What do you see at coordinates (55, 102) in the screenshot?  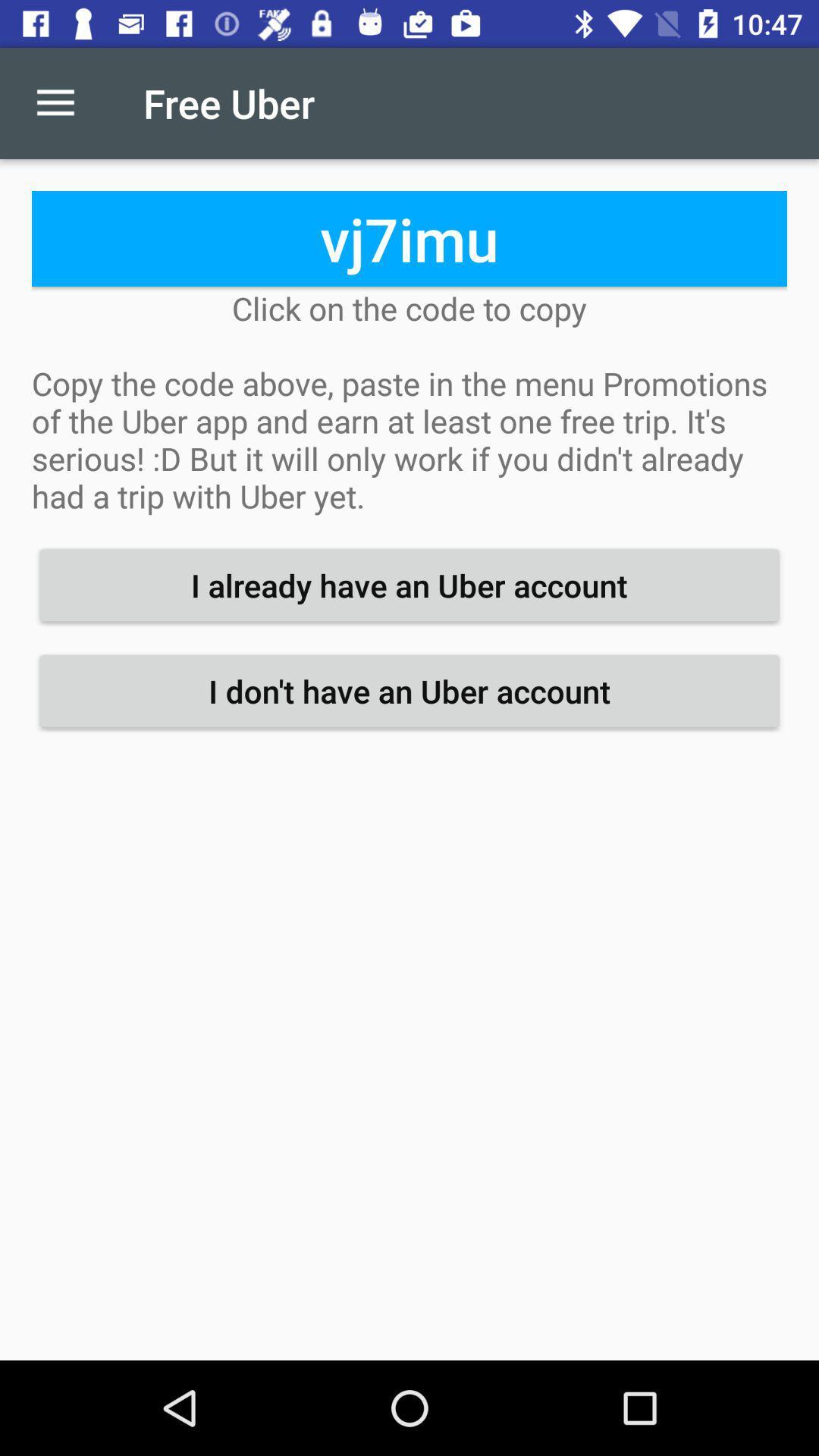 I see `the item next to free uber icon` at bounding box center [55, 102].